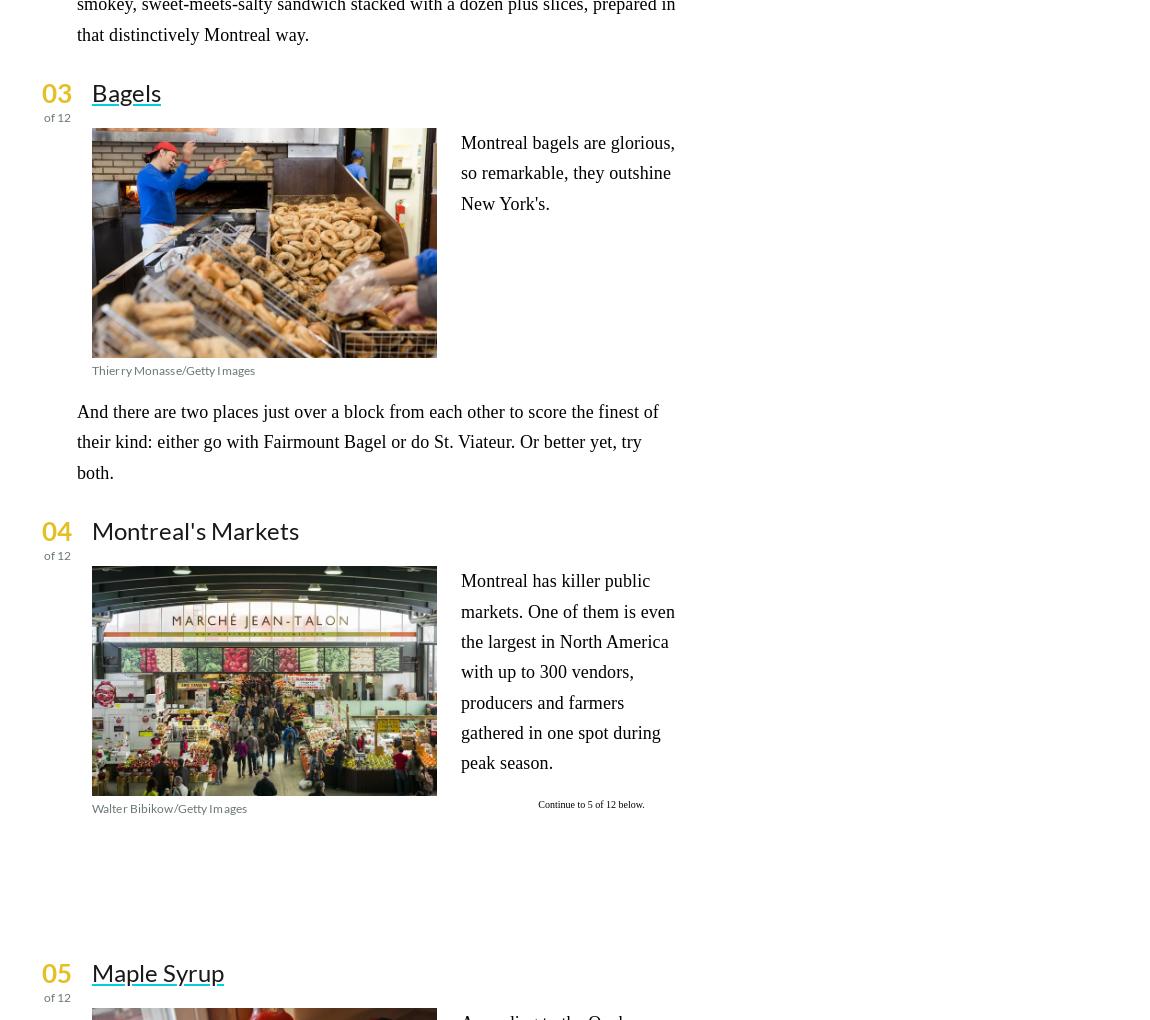  Describe the element at coordinates (567, 671) in the screenshot. I see `'Montreal has killer public markets. One of them is even the largest in North America with up to 300 vendors, producers and farmers gathered in one spot during peak season.'` at that location.